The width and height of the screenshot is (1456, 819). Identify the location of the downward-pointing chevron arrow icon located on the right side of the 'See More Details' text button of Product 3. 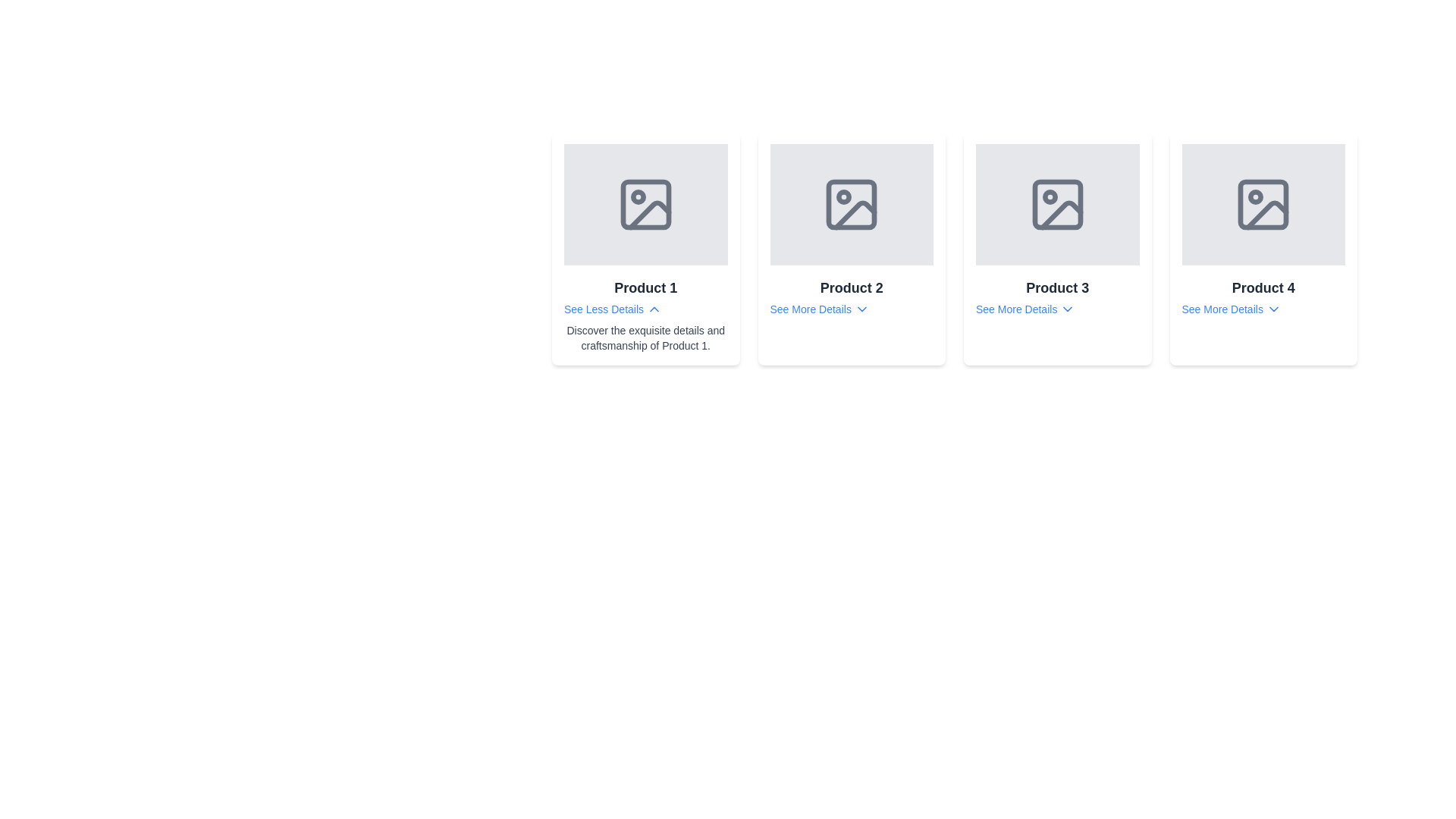
(1067, 309).